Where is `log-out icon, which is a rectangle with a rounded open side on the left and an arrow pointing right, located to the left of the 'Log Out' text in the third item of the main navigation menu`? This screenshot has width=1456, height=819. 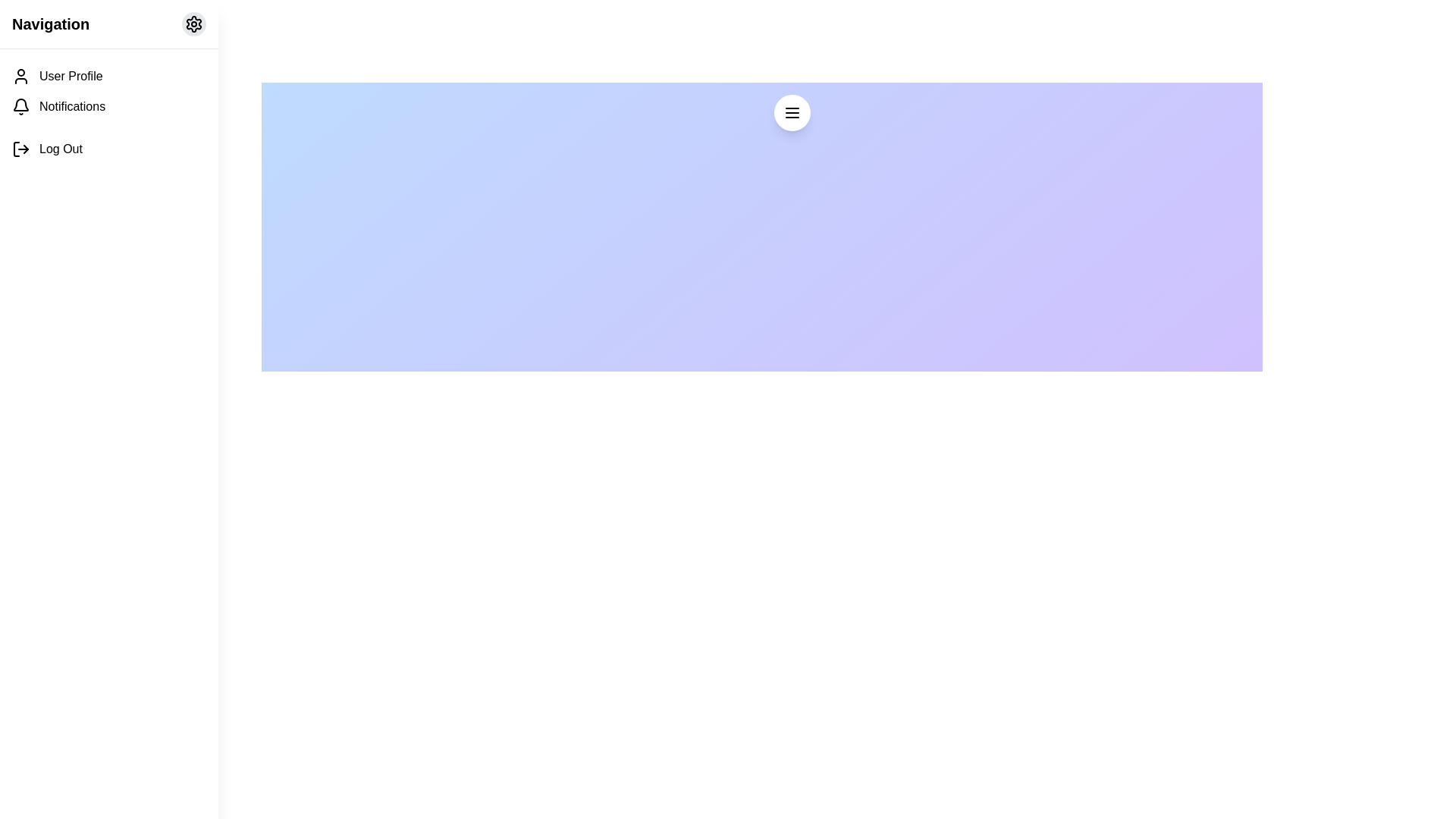
log-out icon, which is a rectangle with a rounded open side on the left and an arrow pointing right, located to the left of the 'Log Out' text in the third item of the main navigation menu is located at coordinates (21, 149).